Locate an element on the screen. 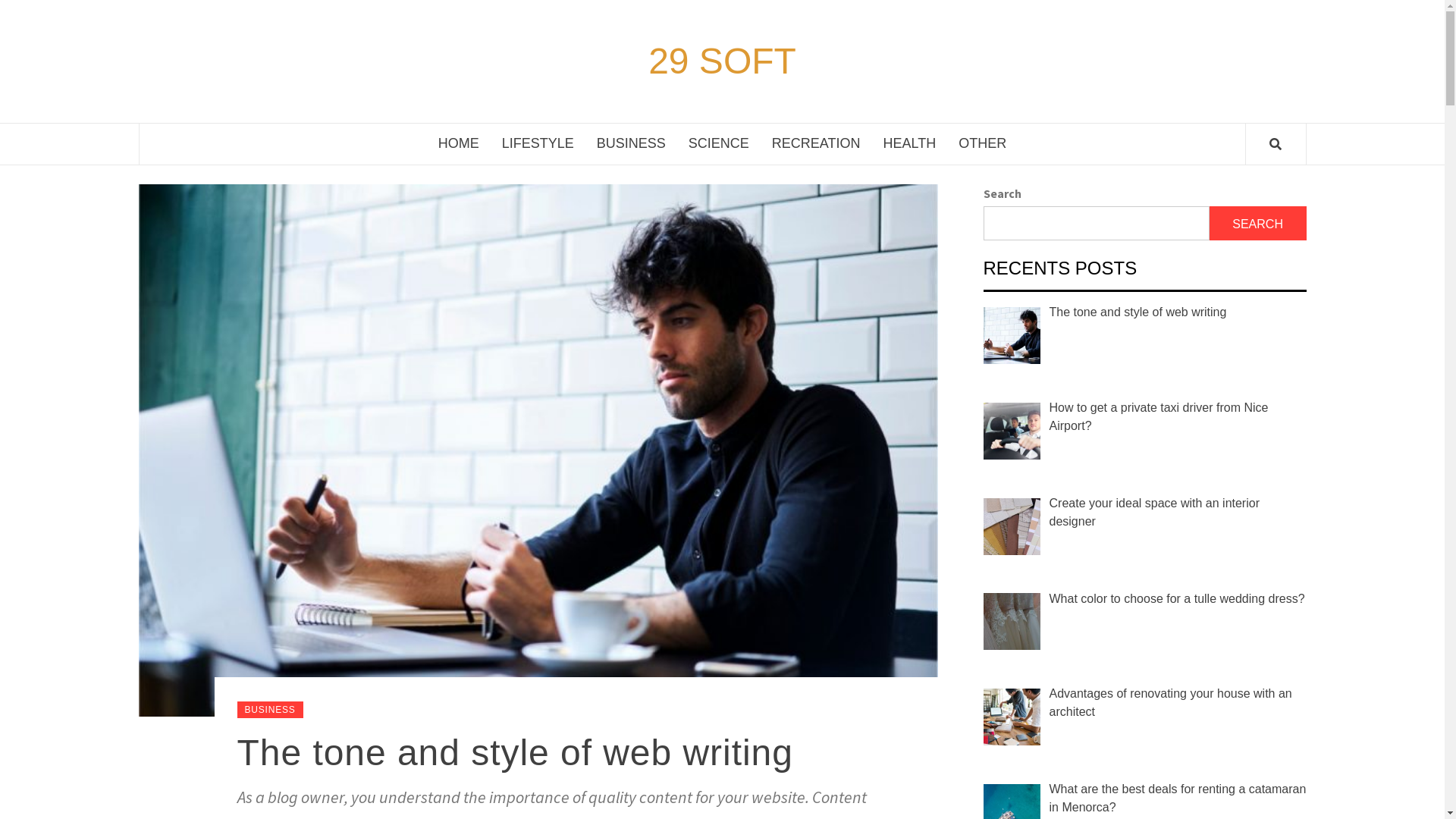 This screenshot has height=819, width=1456. 'SCIENCE' is located at coordinates (717, 143).